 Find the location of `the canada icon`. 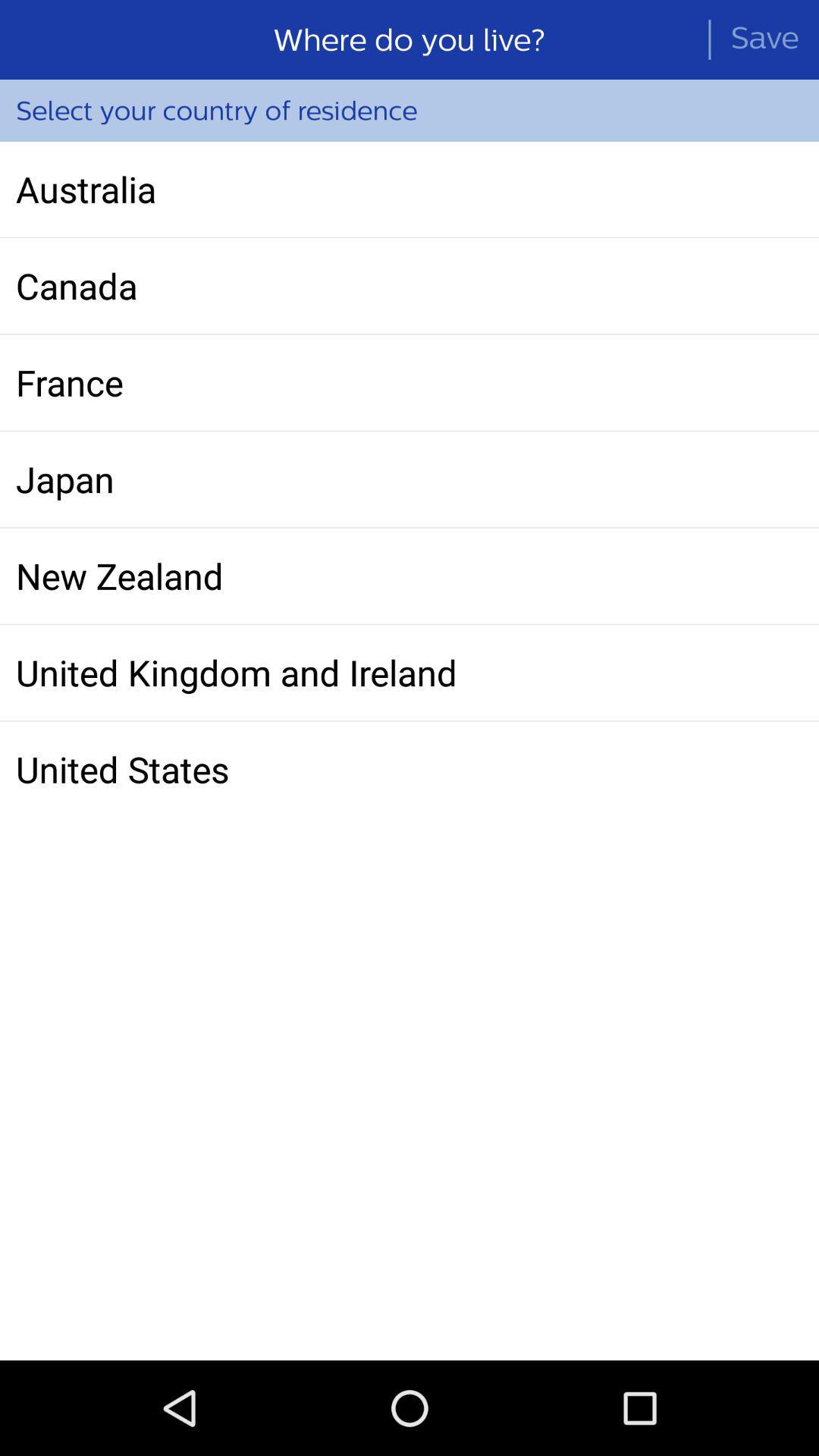

the canada icon is located at coordinates (409, 286).